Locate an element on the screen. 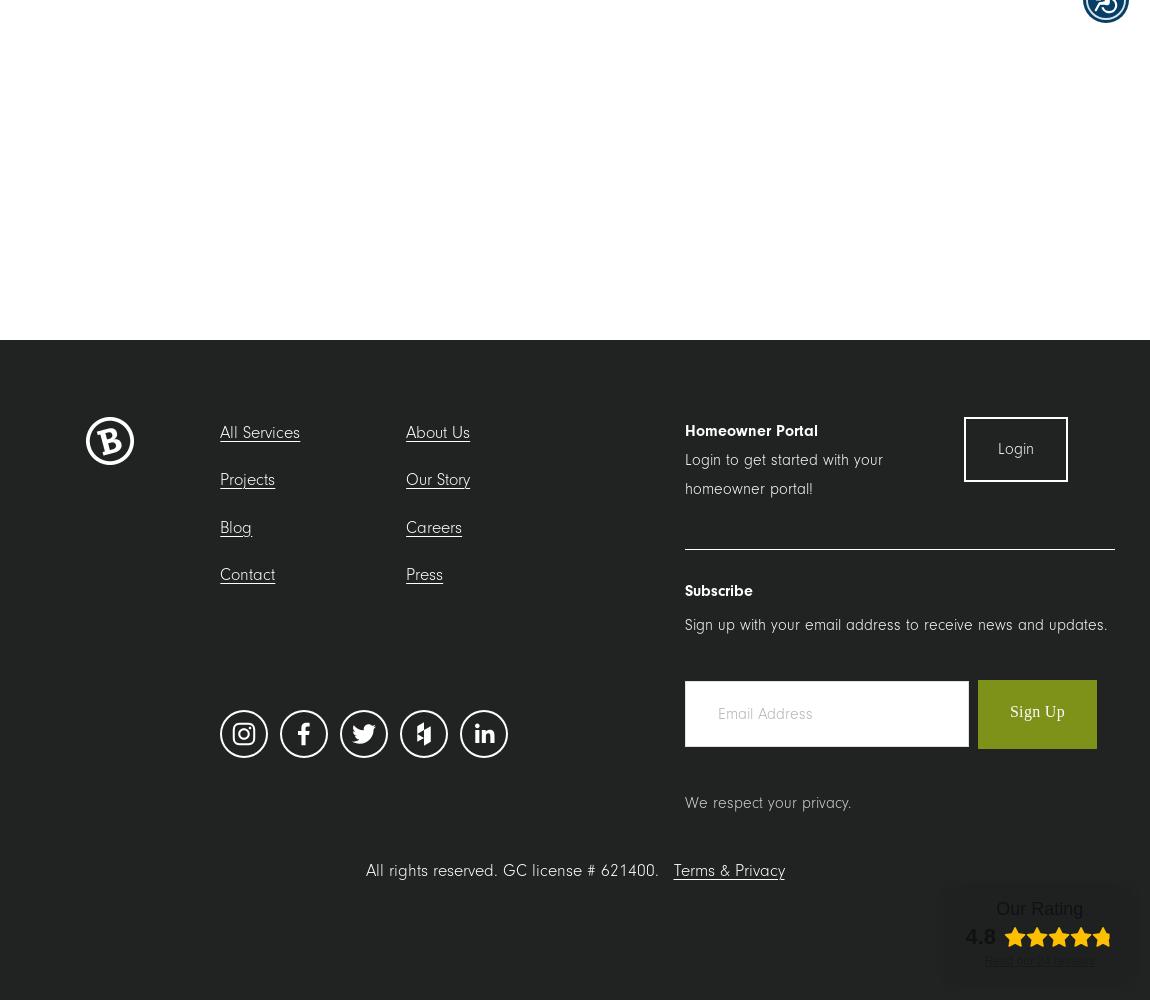  'Subscribe' is located at coordinates (716, 590).